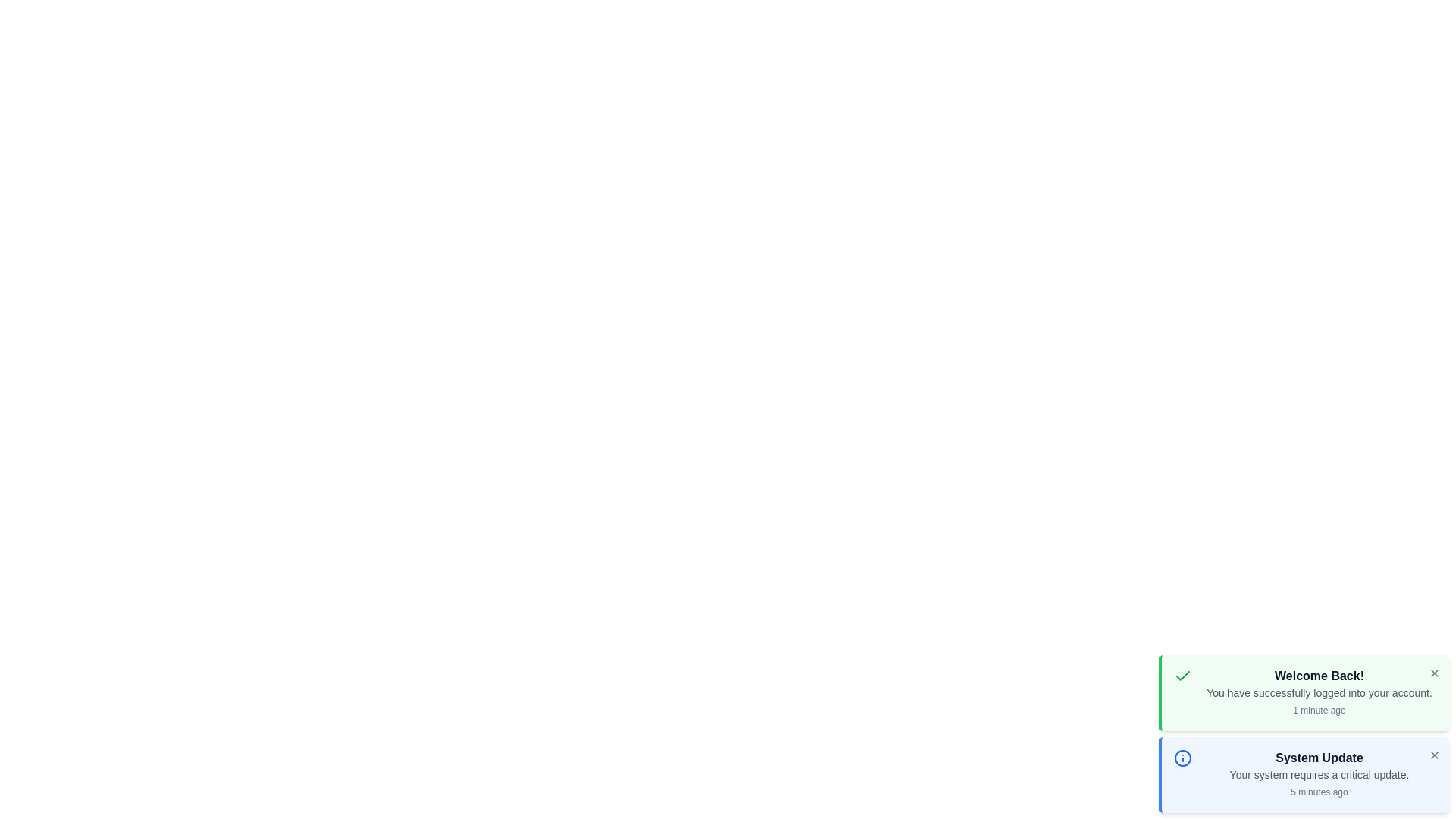 Image resolution: width=1456 pixels, height=819 pixels. What do you see at coordinates (1182, 675) in the screenshot?
I see `the notification type indicator icon for the first notification` at bounding box center [1182, 675].